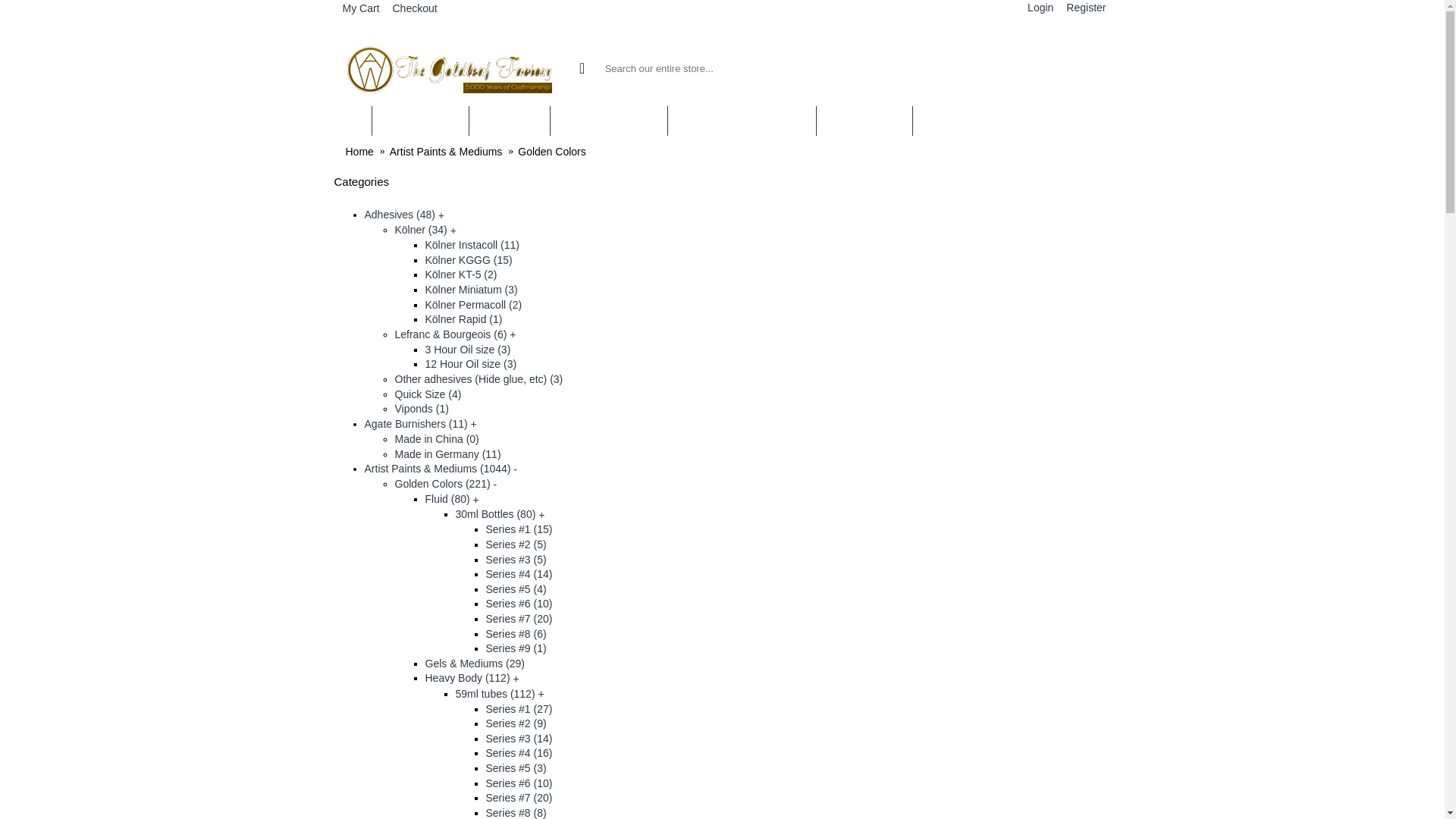 Image resolution: width=1456 pixels, height=819 pixels. I want to click on '3 Hour Oil size (3)', so click(466, 350).